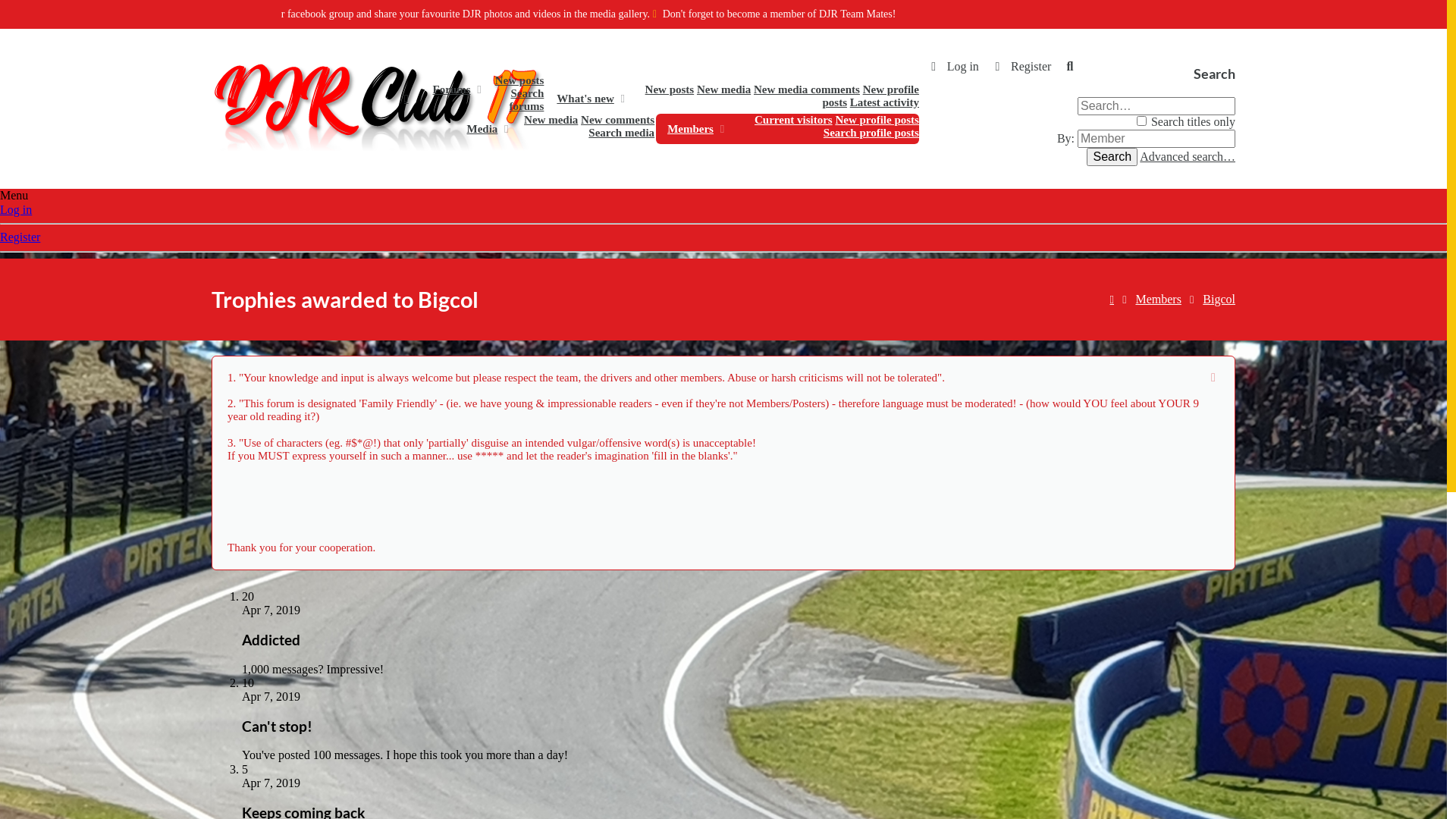 This screenshot has height=819, width=1456. I want to click on 'Current visitors', so click(792, 119).